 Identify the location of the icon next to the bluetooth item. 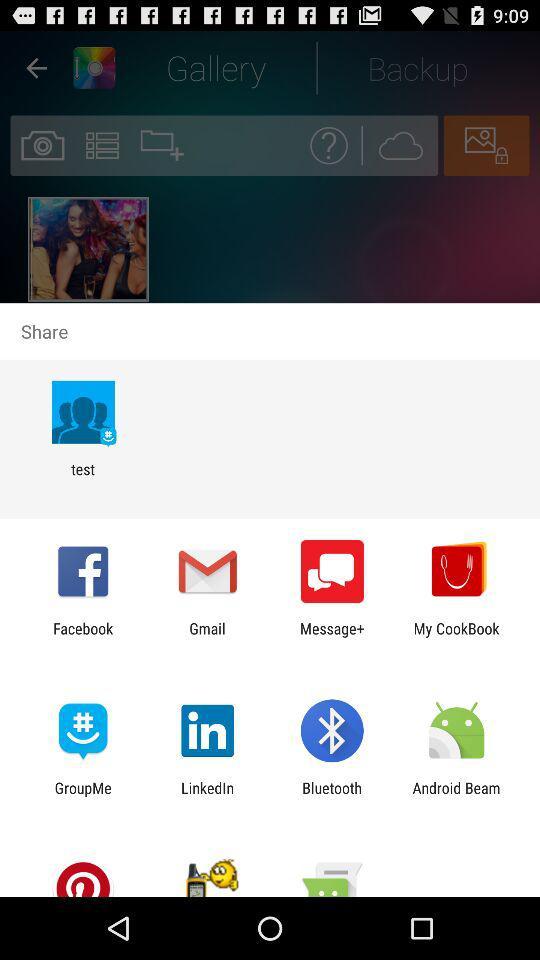
(206, 796).